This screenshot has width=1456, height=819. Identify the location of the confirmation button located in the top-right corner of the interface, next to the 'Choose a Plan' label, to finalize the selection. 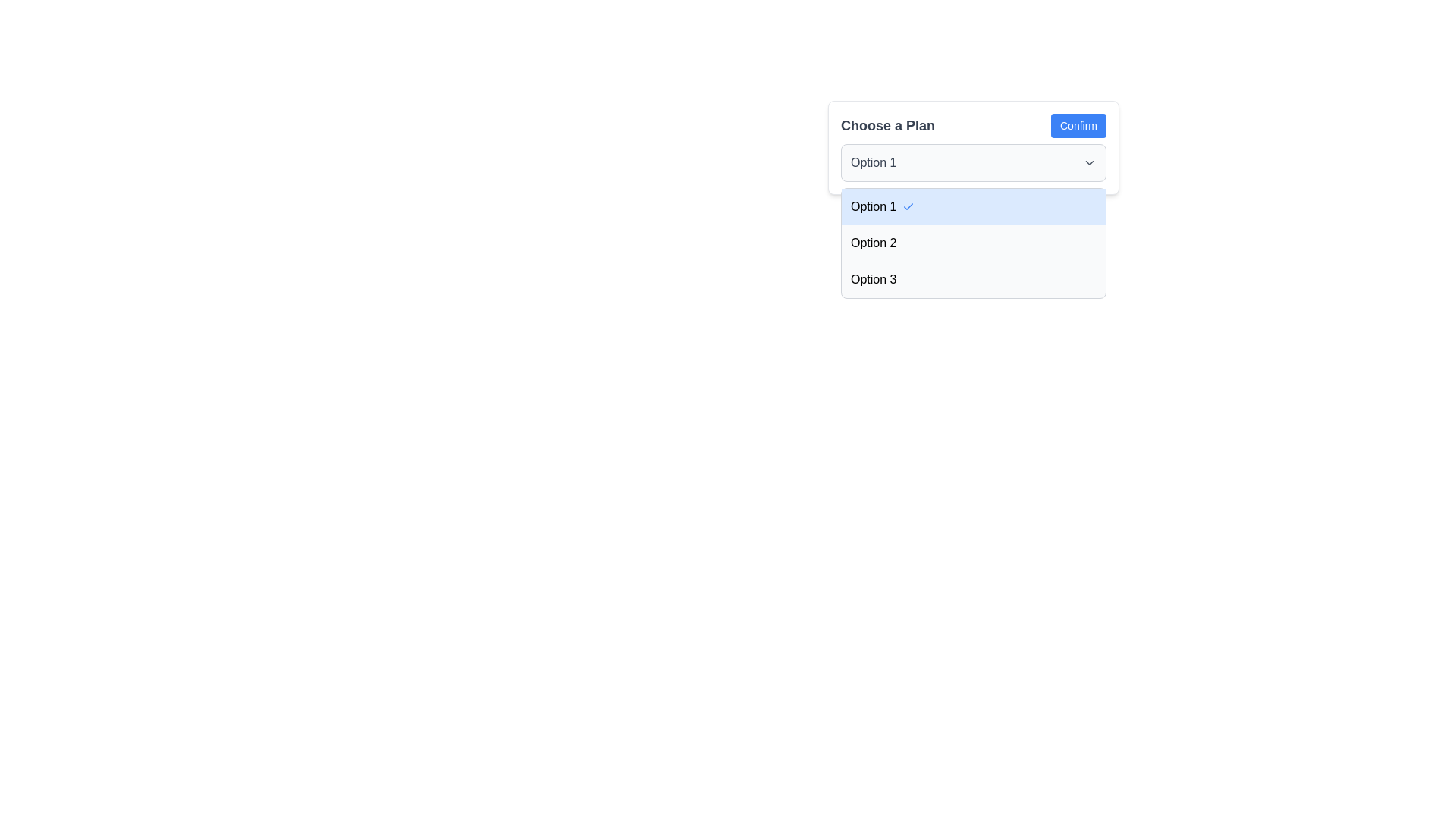
(1078, 124).